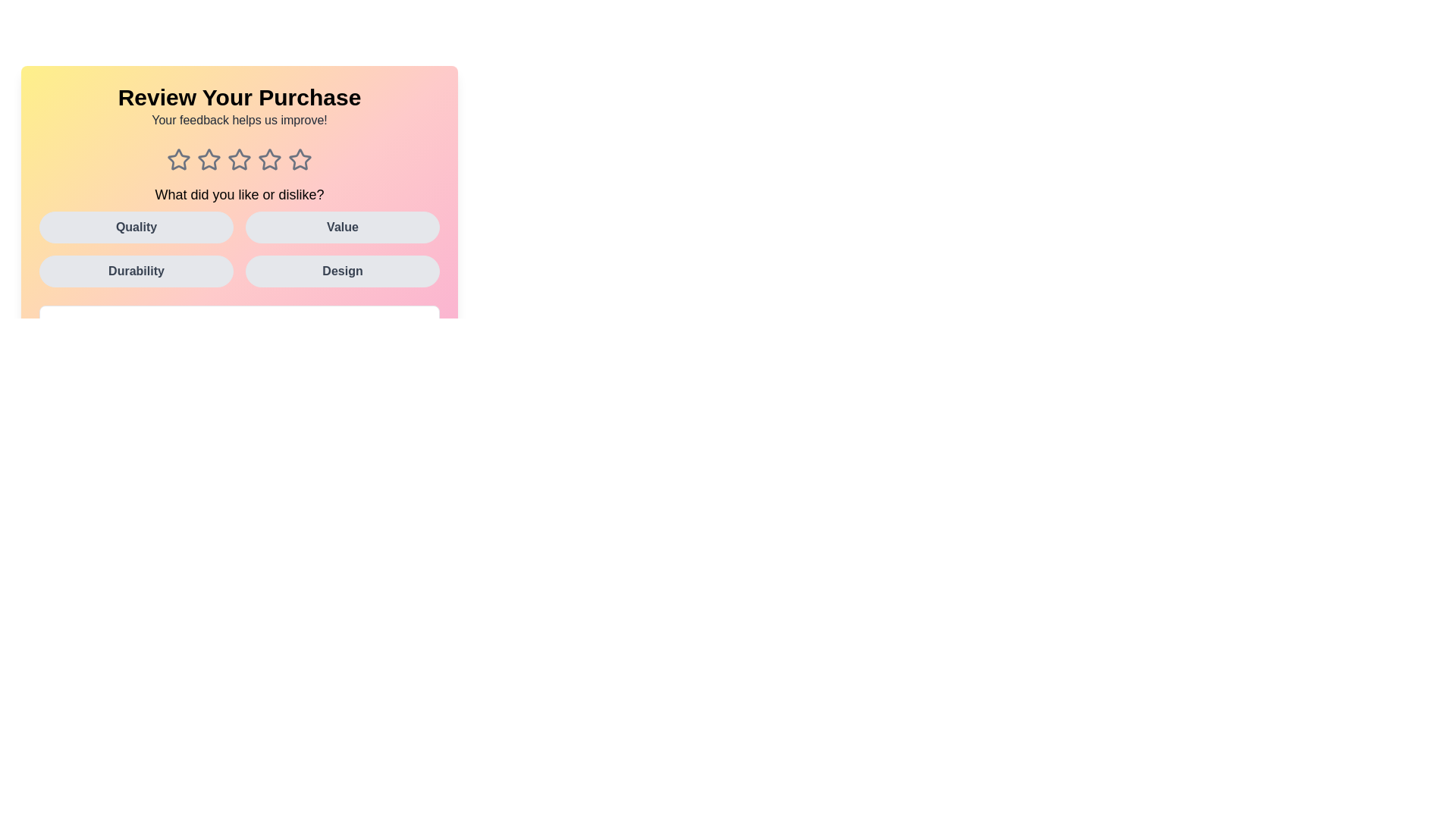 The image size is (1456, 819). Describe the element at coordinates (239, 159) in the screenshot. I see `the third star icon in the rating system` at that location.